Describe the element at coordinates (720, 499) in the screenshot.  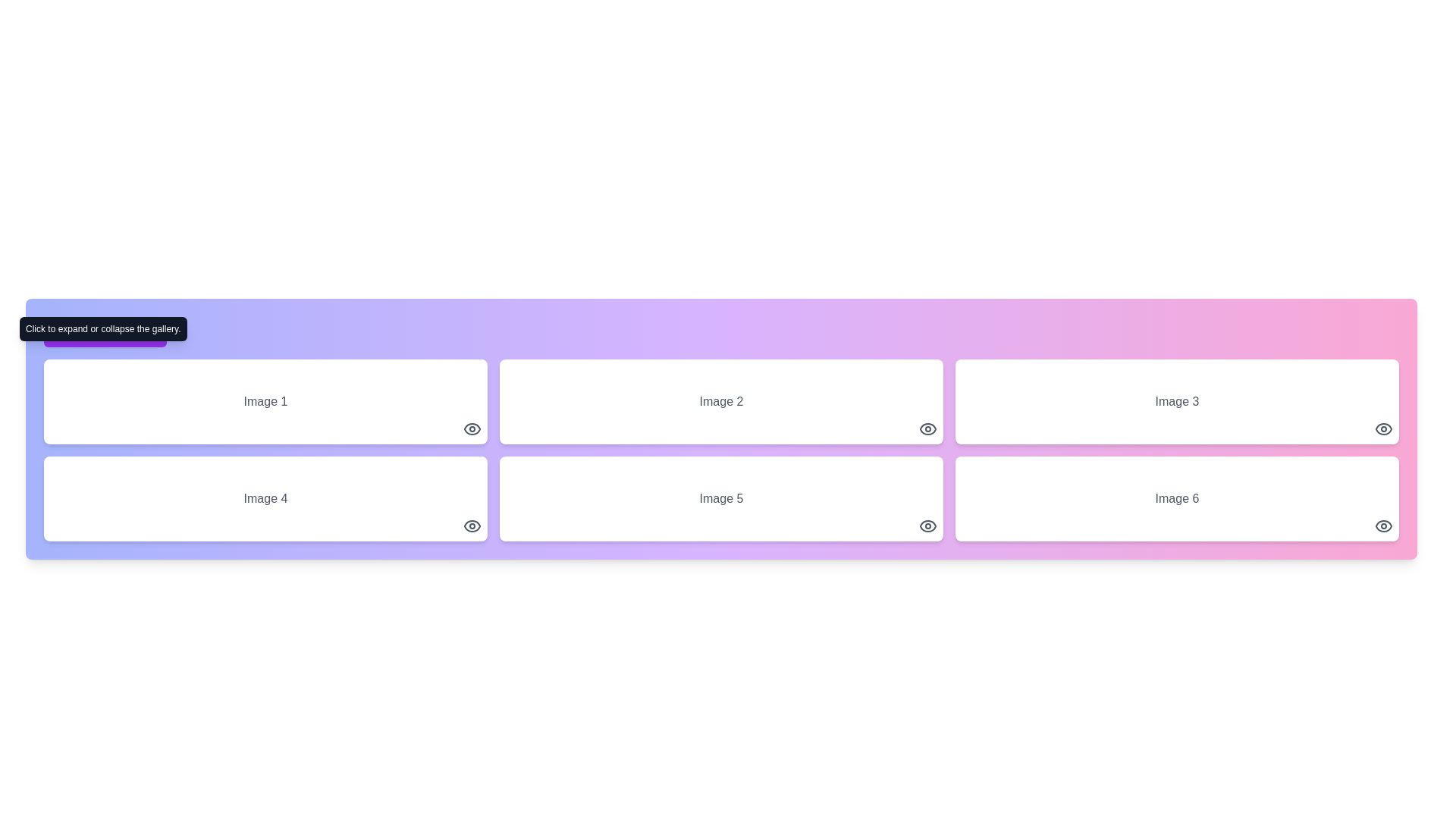
I see `the text label located in the third card from the left in the lower row of the grid layout, which provides identification or description for the card's content, positioned just above the eye icon` at that location.